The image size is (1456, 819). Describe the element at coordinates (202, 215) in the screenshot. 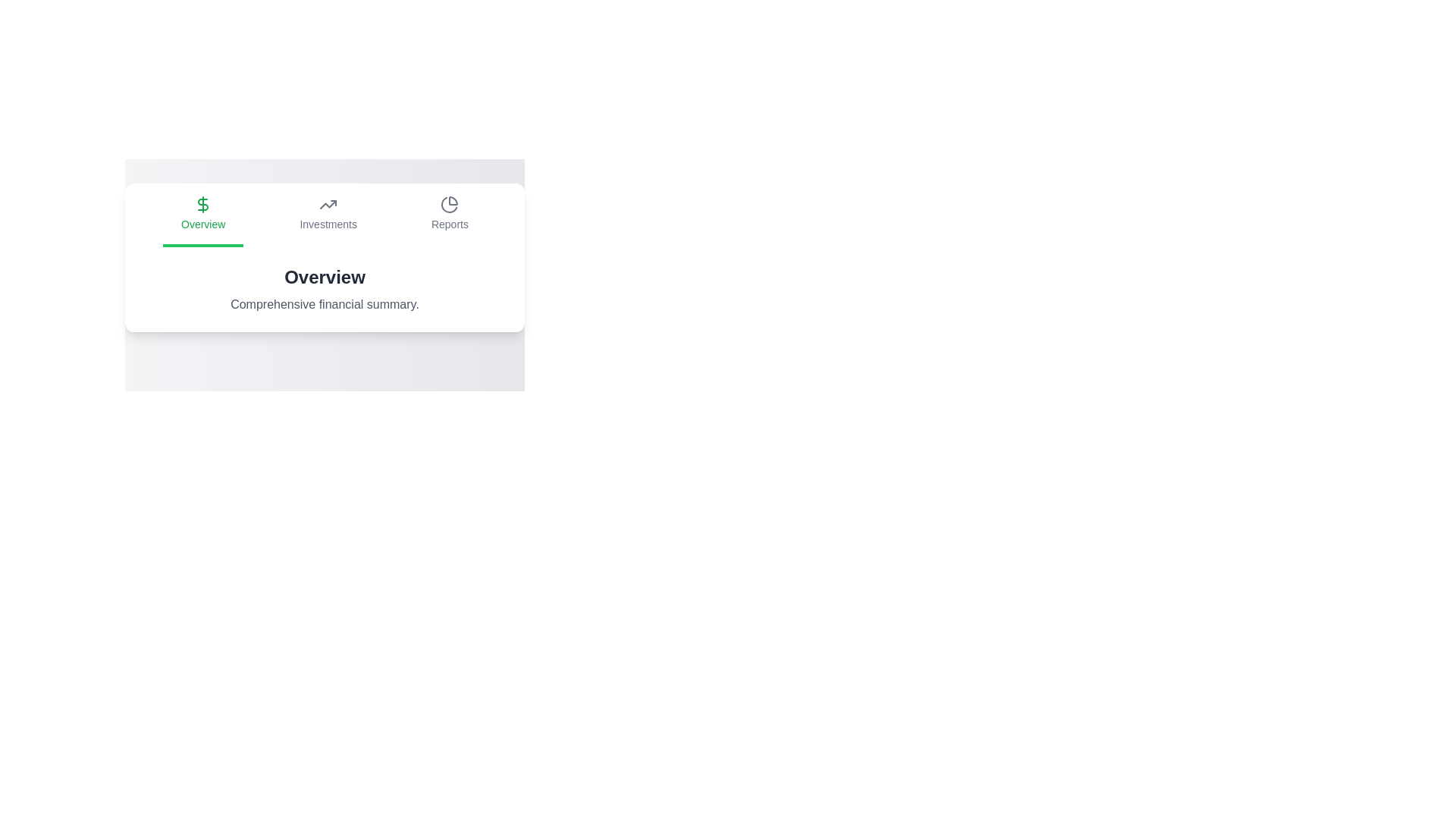

I see `the Overview tab` at that location.